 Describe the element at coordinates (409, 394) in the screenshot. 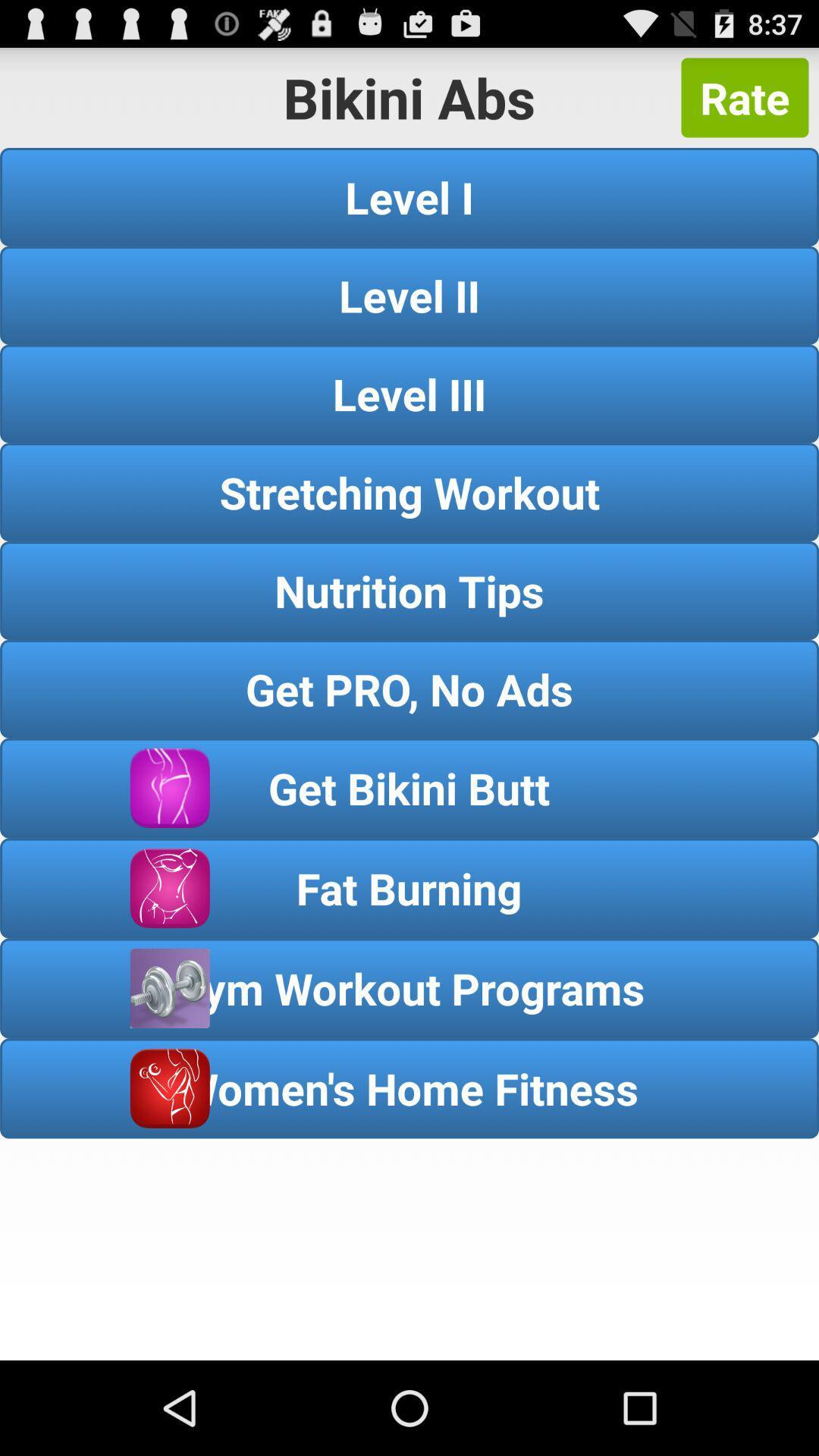

I see `the icon above the stretching workout` at that location.